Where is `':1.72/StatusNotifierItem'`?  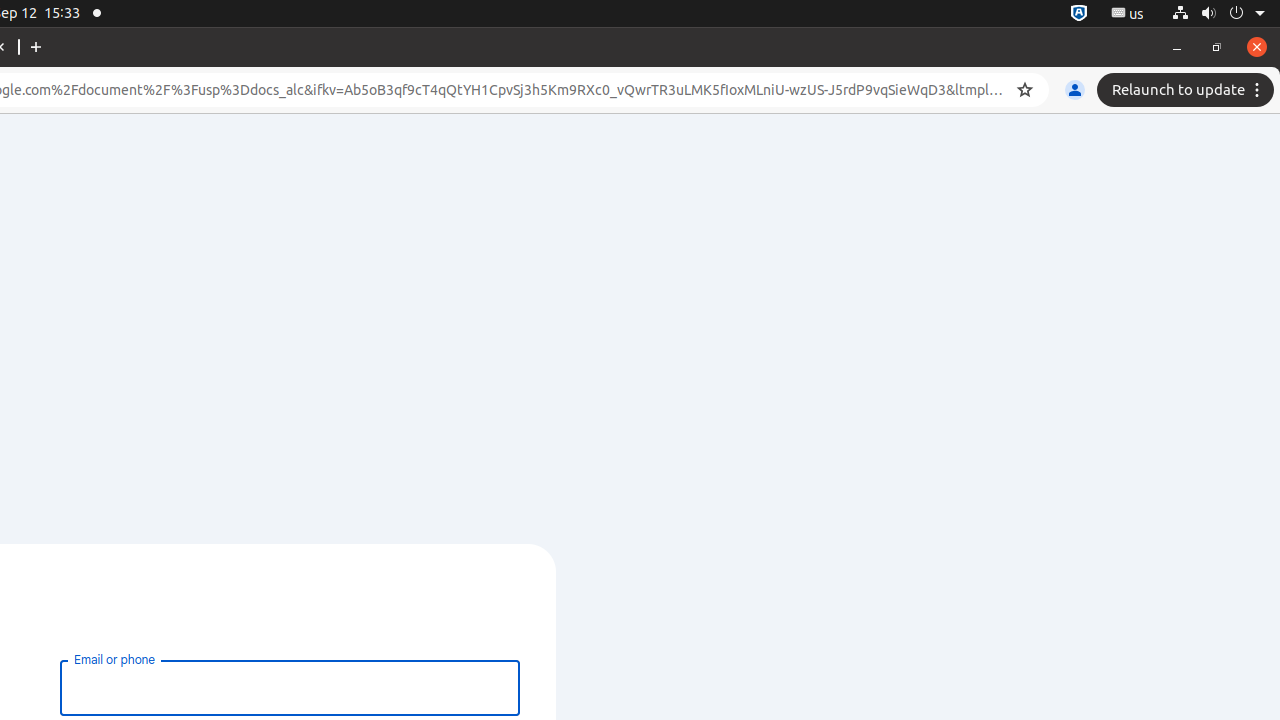 ':1.72/StatusNotifierItem' is located at coordinates (1078, 13).